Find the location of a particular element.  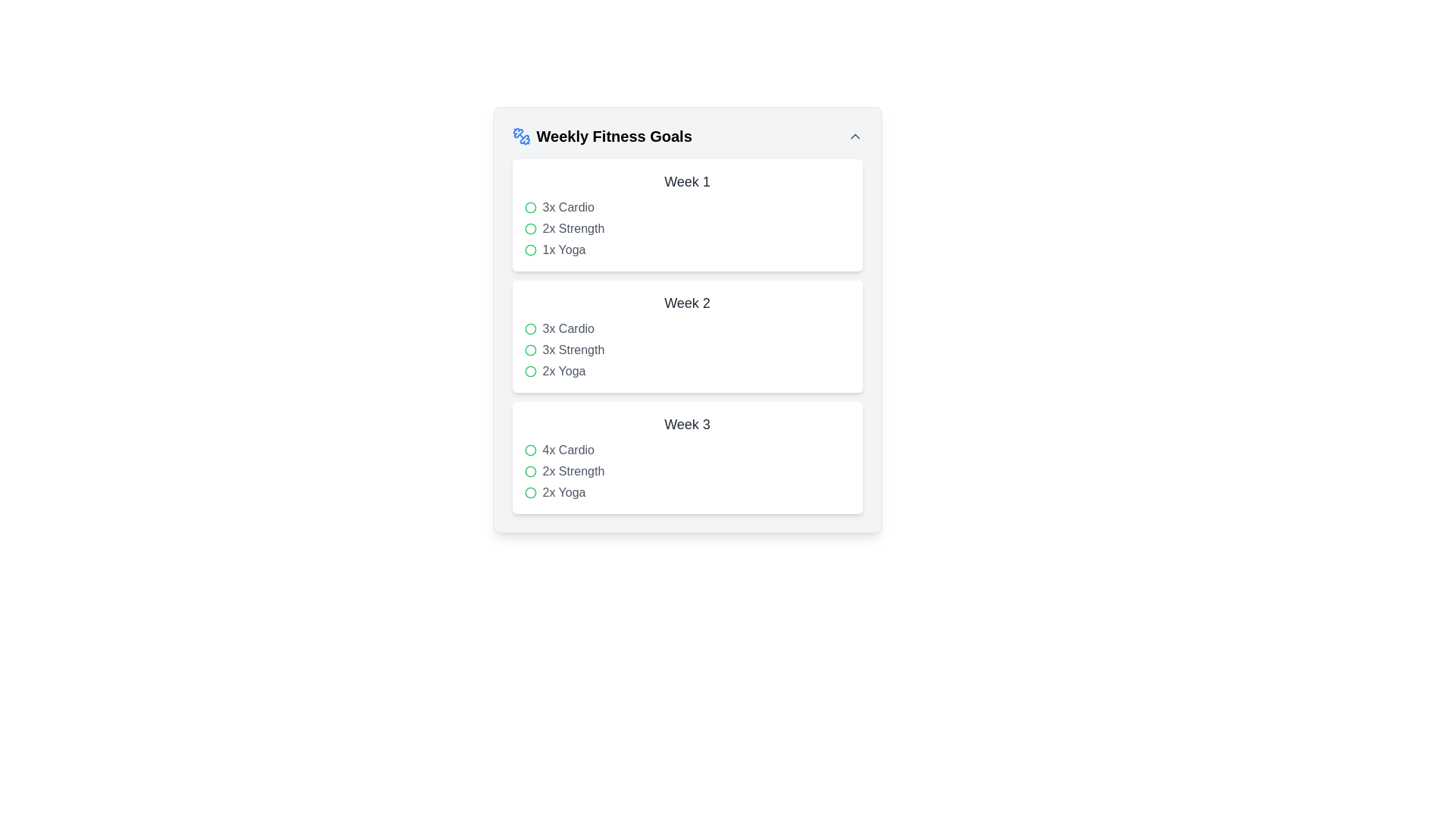

the text label displaying '1x Yoga' in gray color, which is the third item in the list of weekly goals under 'Week 1' is located at coordinates (563, 249).